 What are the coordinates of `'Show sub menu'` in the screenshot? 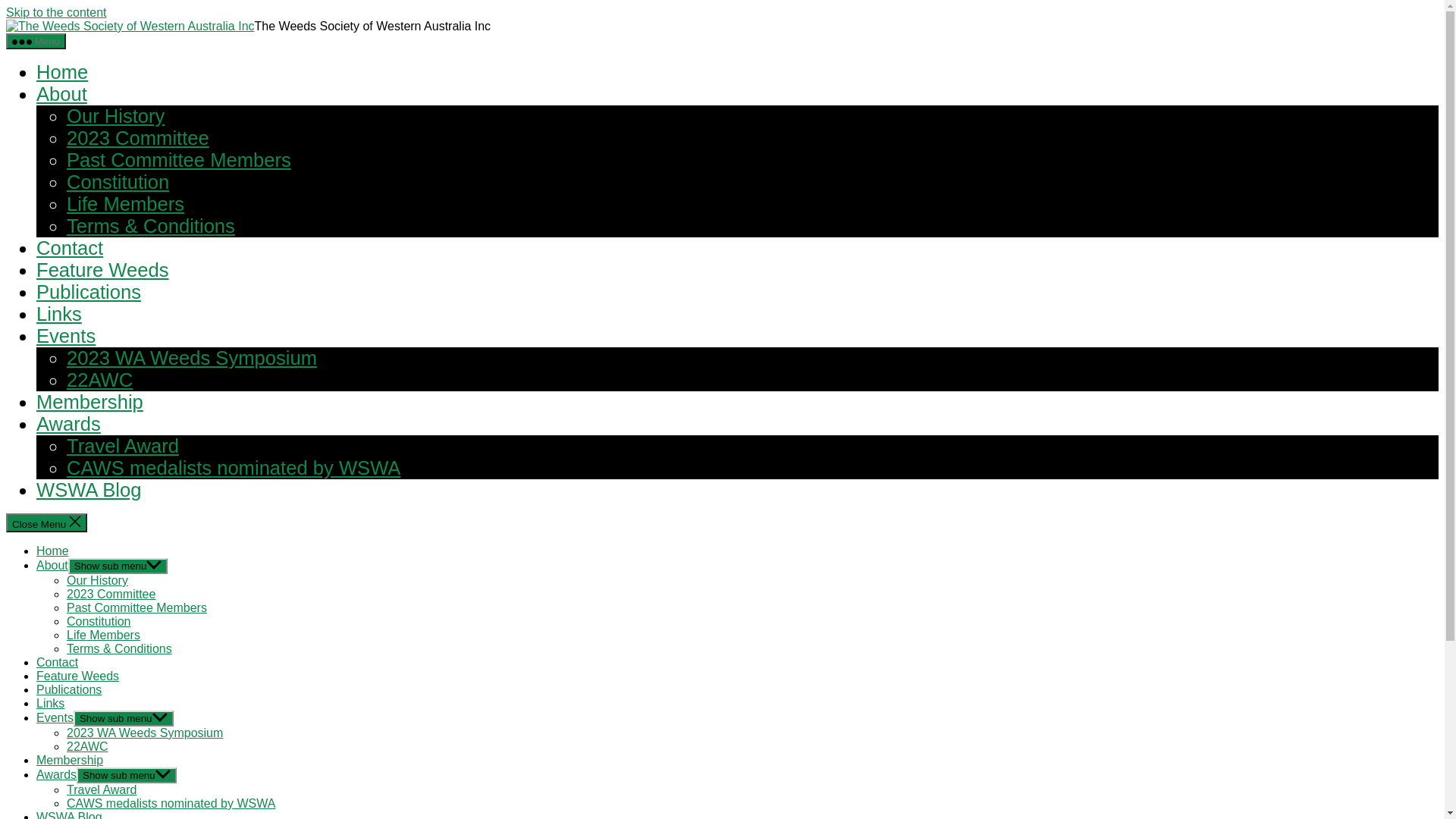 It's located at (118, 566).